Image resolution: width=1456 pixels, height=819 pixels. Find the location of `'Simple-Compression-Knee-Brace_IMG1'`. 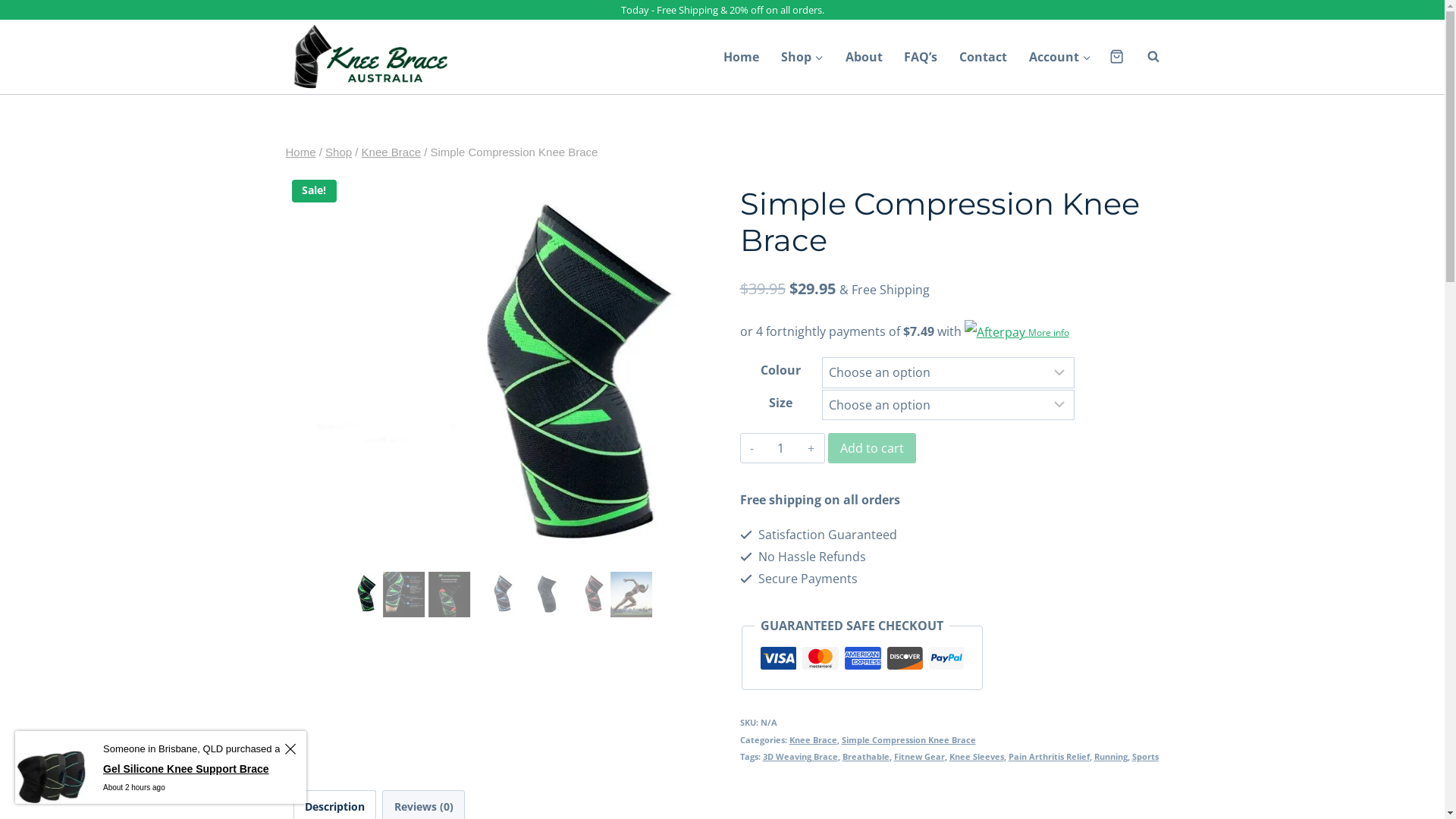

'Simple-Compression-Knee-Brace_IMG1' is located at coordinates (494, 382).